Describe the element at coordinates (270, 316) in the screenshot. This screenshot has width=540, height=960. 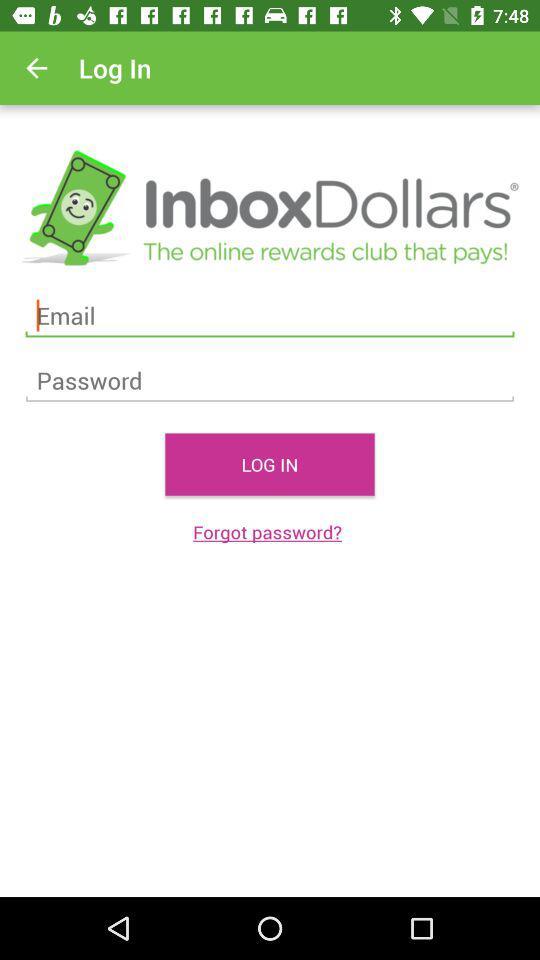
I see `email` at that location.